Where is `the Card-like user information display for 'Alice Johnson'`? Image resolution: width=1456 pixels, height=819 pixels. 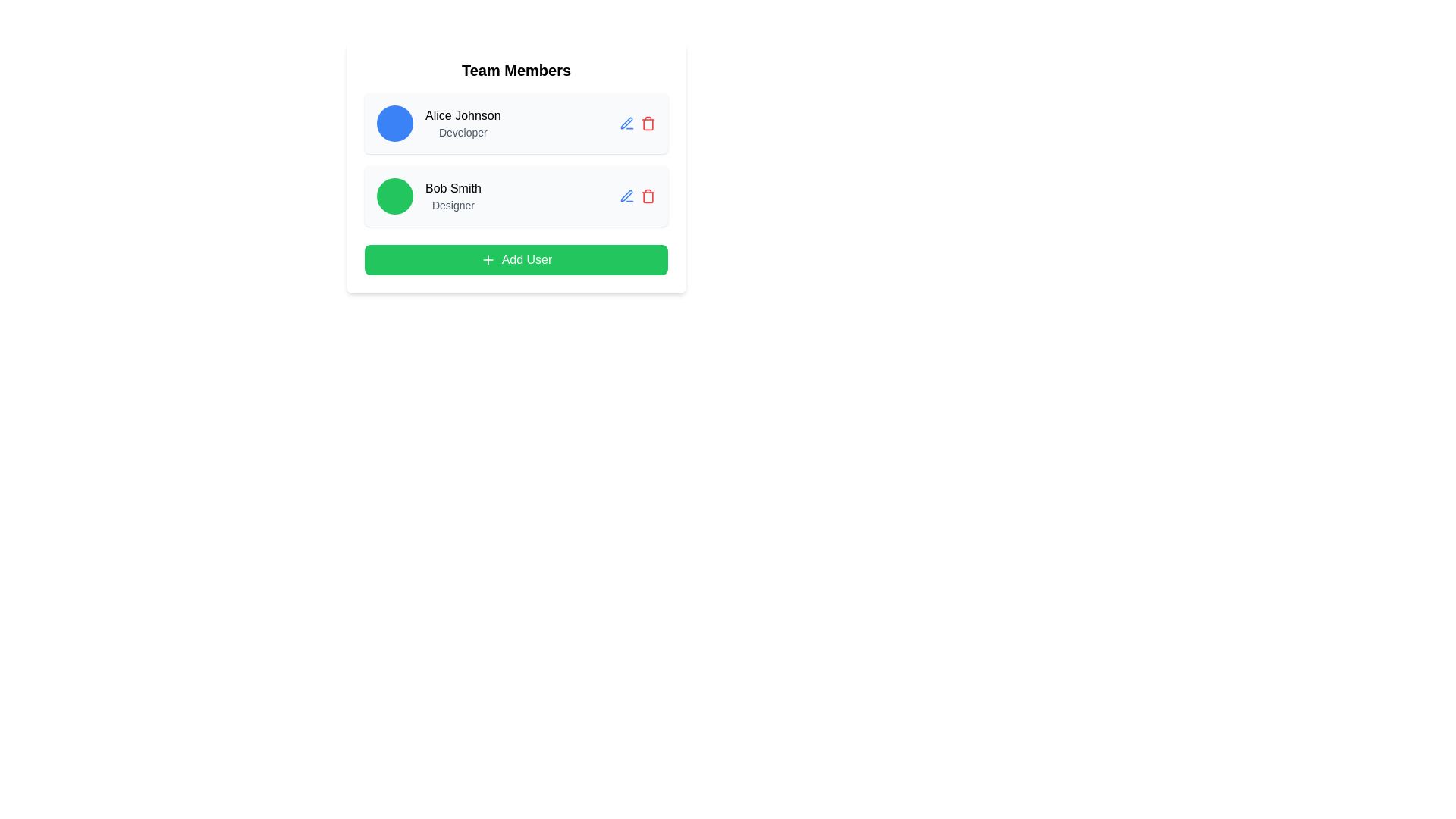 the Card-like user information display for 'Alice Johnson' is located at coordinates (516, 122).